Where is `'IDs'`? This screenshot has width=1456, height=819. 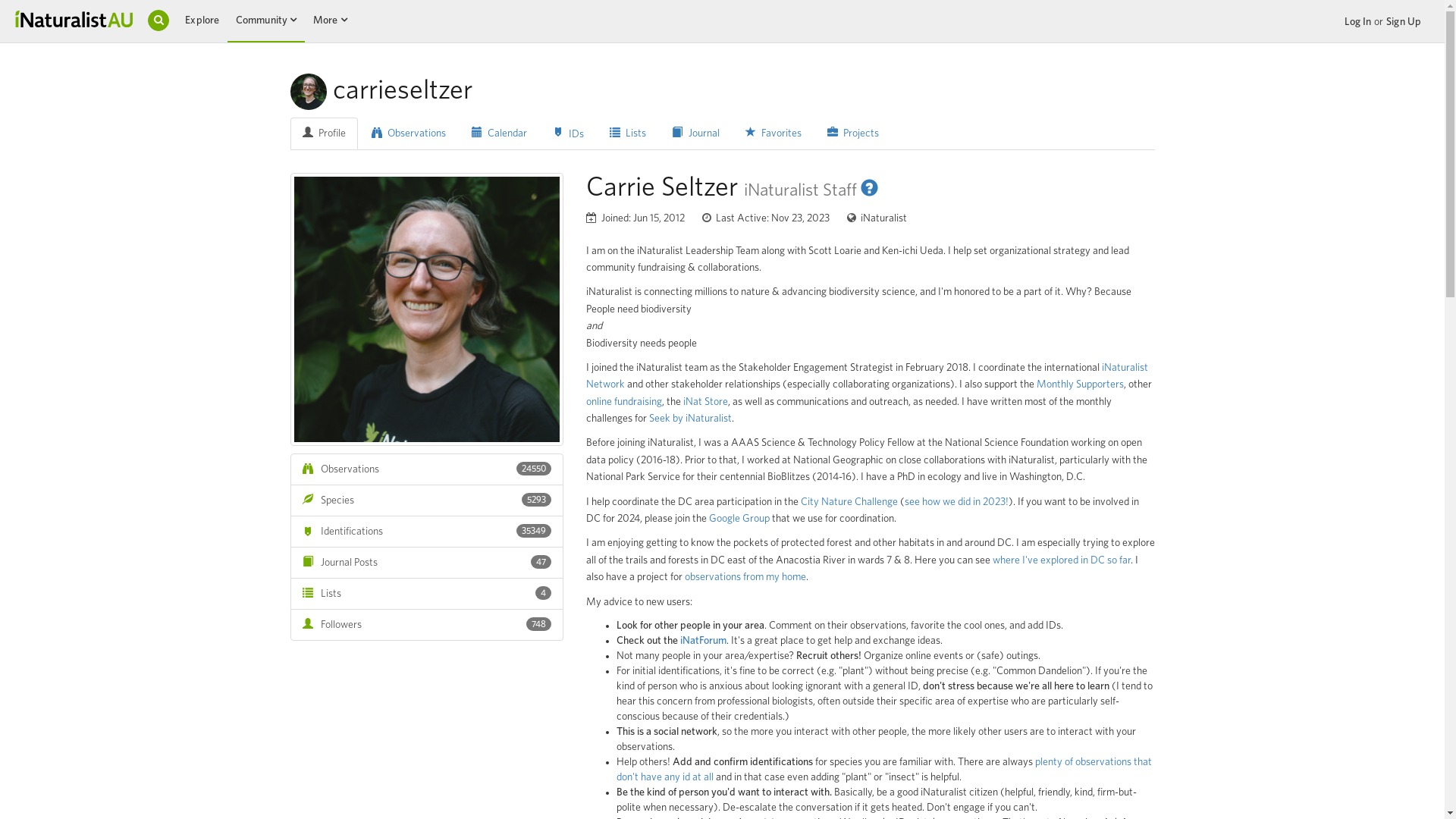 'IDs' is located at coordinates (541, 133).